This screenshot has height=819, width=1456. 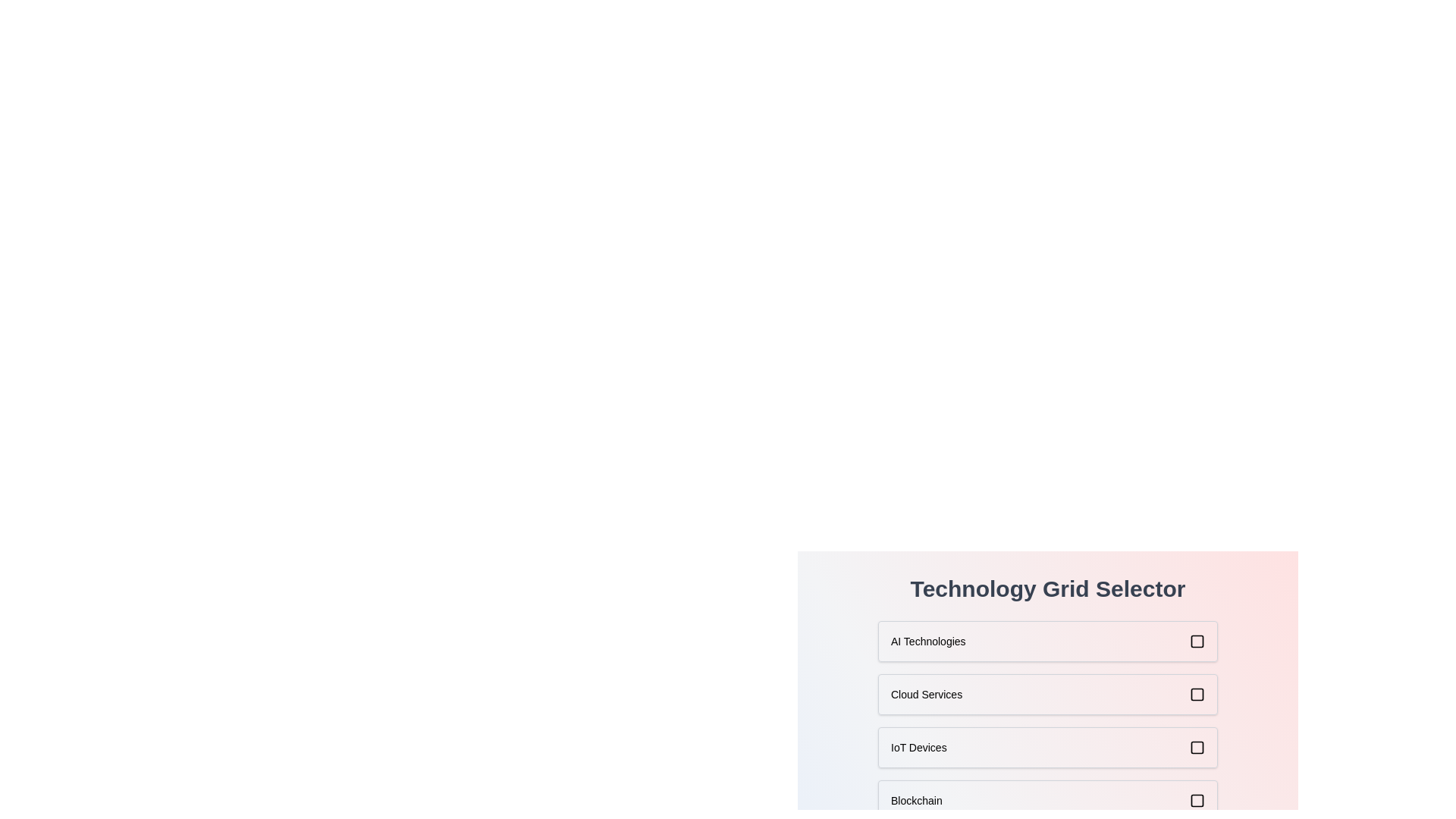 I want to click on the item labeled Cloud Services in the grid to select it, so click(x=1047, y=694).